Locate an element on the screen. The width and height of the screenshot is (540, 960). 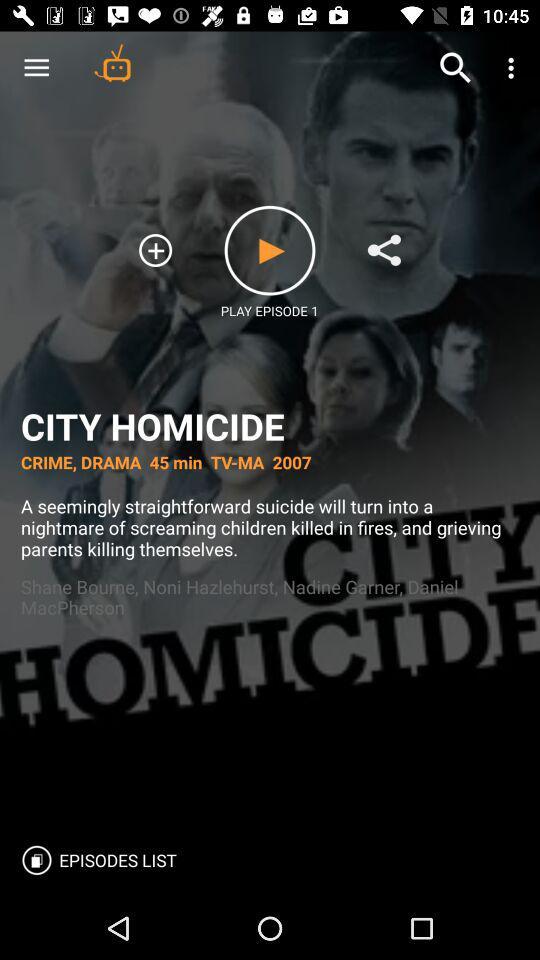
condivide the link is located at coordinates (384, 249).